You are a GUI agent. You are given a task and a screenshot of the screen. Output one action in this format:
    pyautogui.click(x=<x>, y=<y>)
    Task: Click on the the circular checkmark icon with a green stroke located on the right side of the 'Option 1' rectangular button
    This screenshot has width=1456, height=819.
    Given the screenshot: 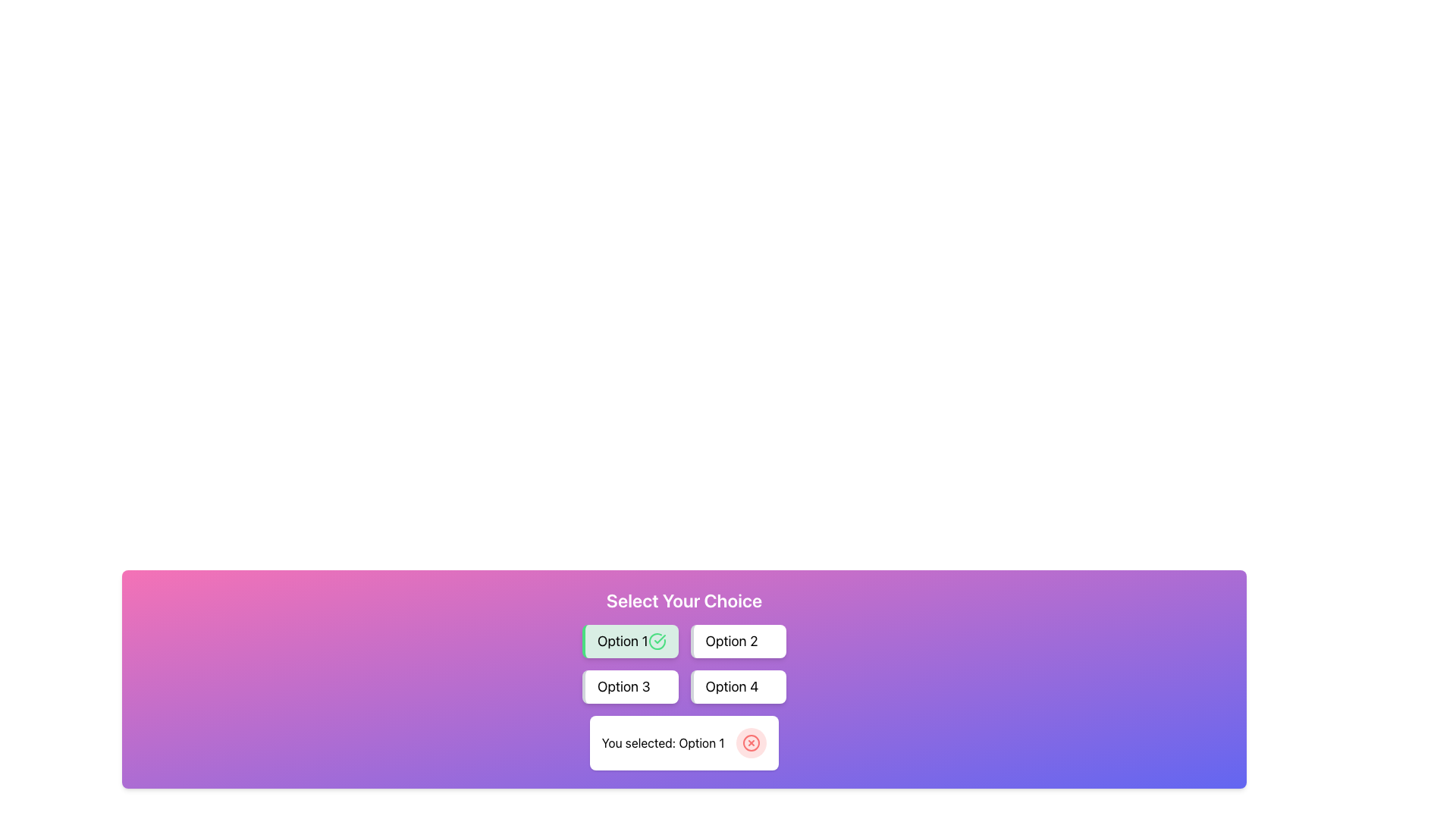 What is the action you would take?
    pyautogui.click(x=657, y=641)
    